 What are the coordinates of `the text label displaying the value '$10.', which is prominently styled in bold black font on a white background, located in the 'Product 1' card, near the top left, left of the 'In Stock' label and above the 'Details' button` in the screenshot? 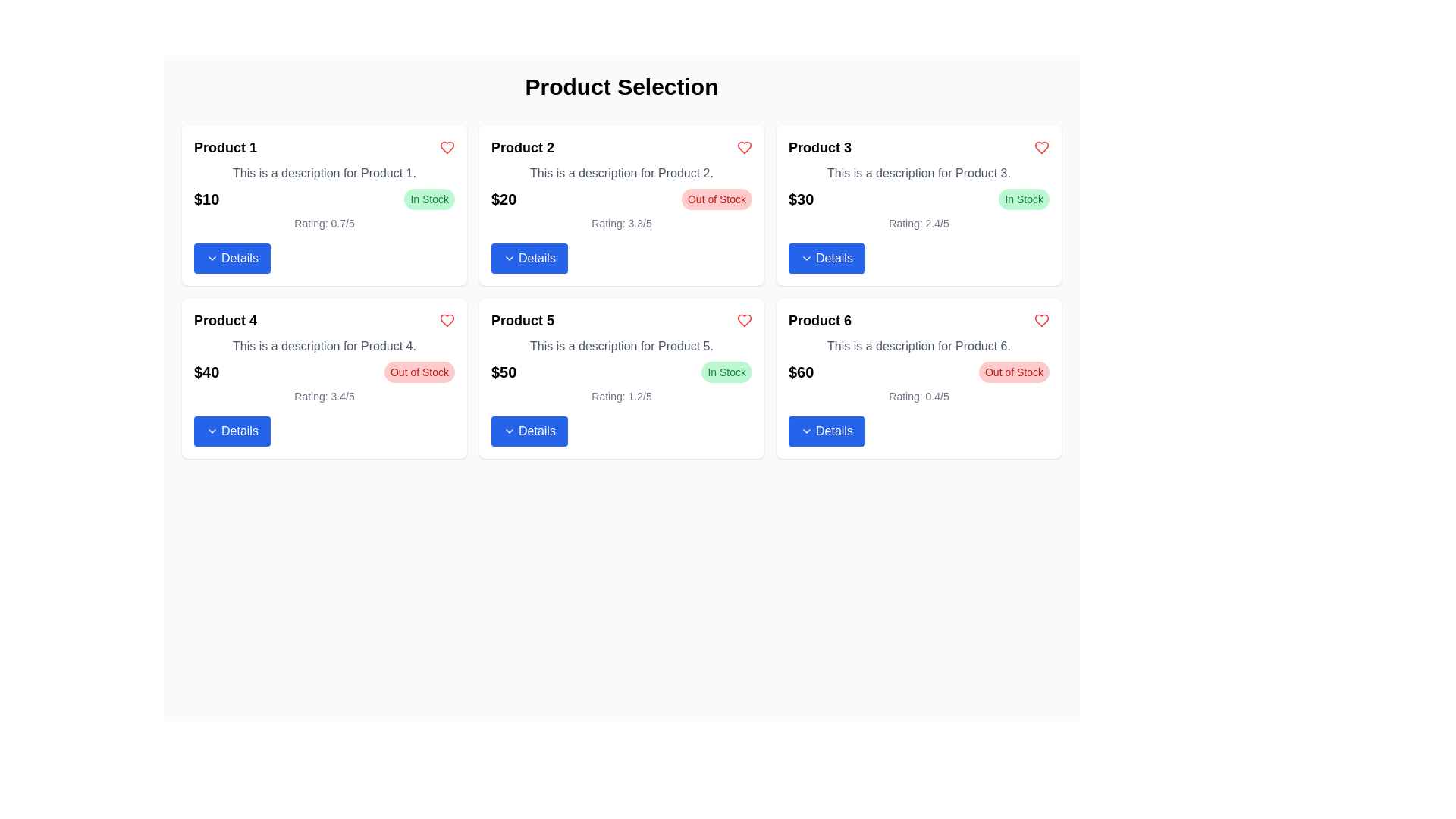 It's located at (206, 198).